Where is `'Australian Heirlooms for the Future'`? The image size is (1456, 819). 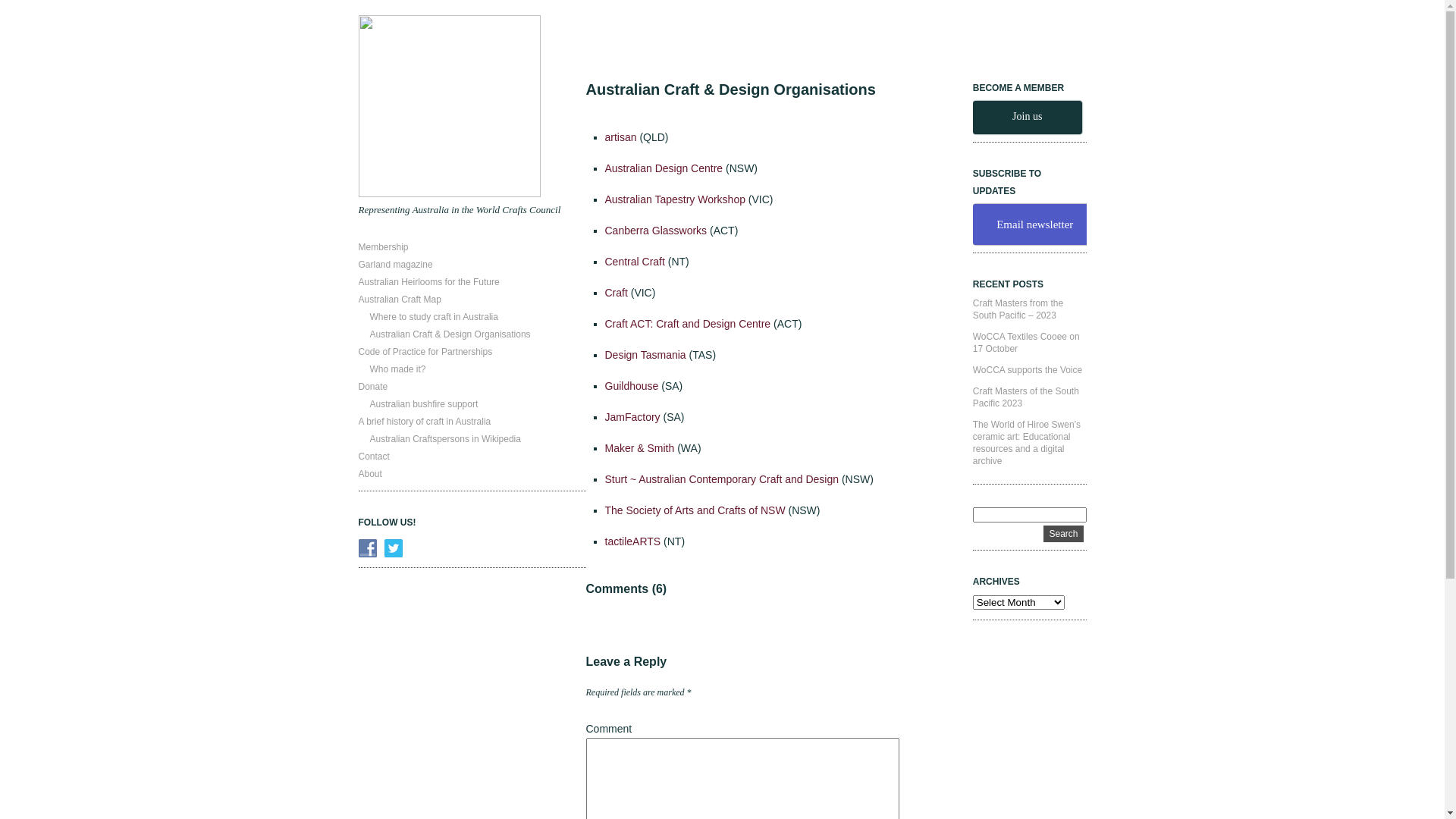 'Australian Heirlooms for the Future' is located at coordinates (356, 281).